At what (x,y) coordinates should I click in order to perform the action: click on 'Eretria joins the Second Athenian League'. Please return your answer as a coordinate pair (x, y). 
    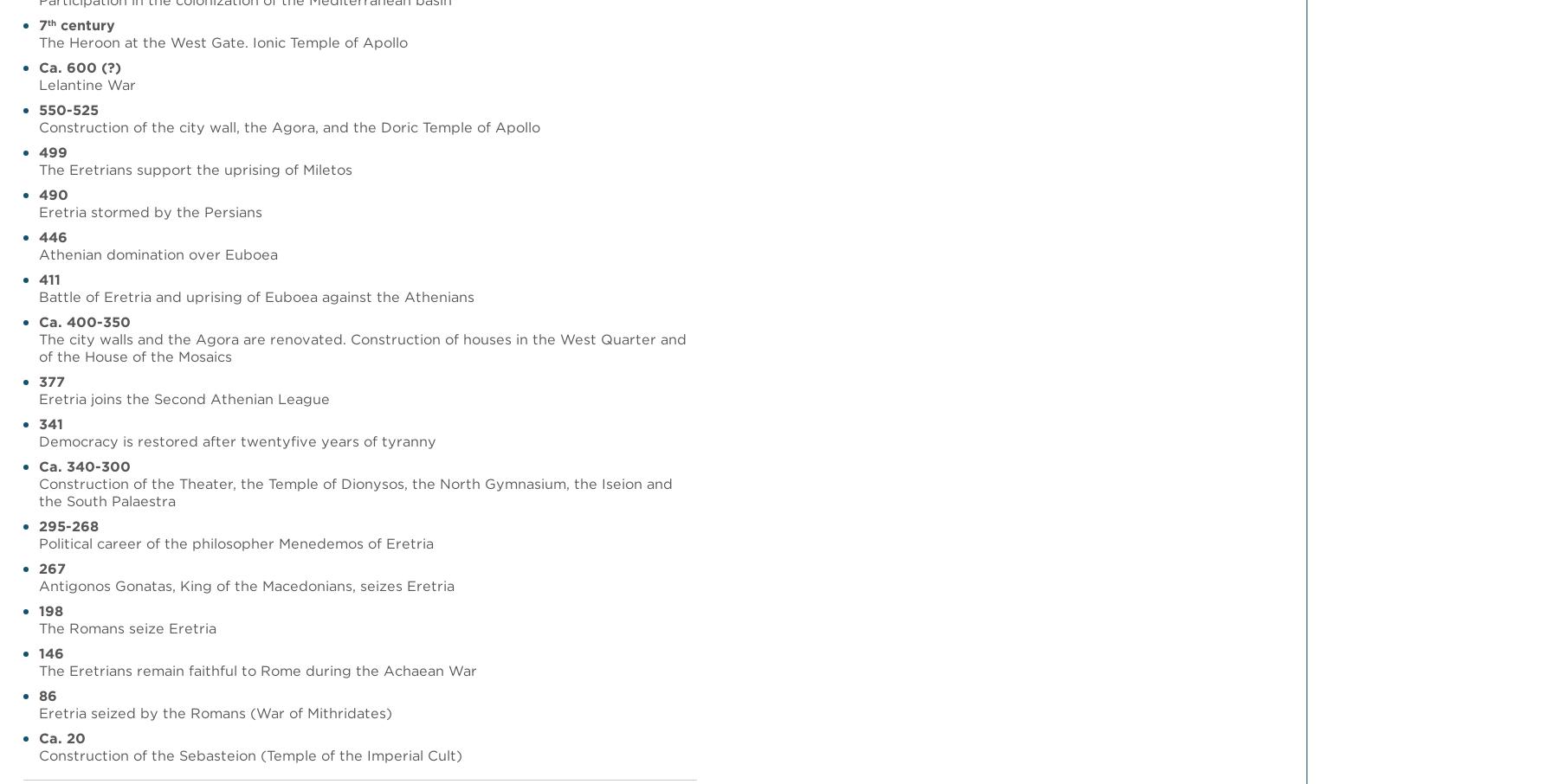
    Looking at the image, I should click on (184, 397).